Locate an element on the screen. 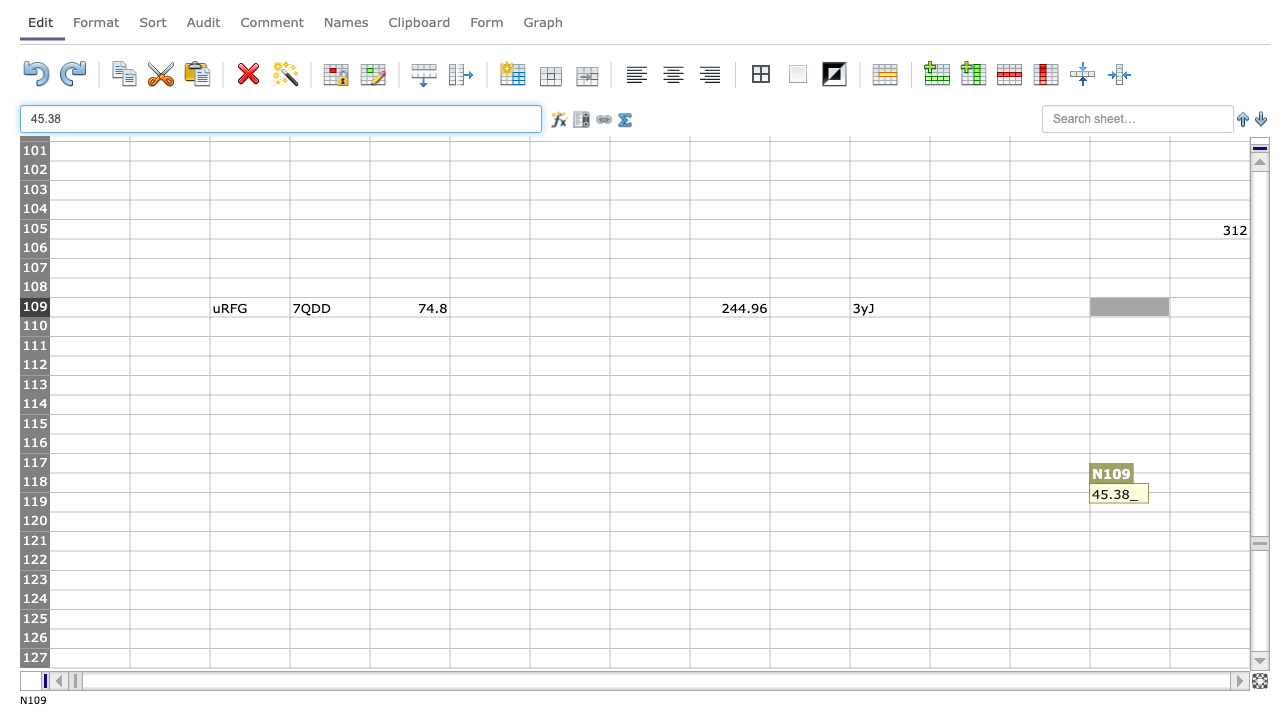 Image resolution: width=1280 pixels, height=720 pixels. Col: B, Row: 120 is located at coordinates (169, 520).